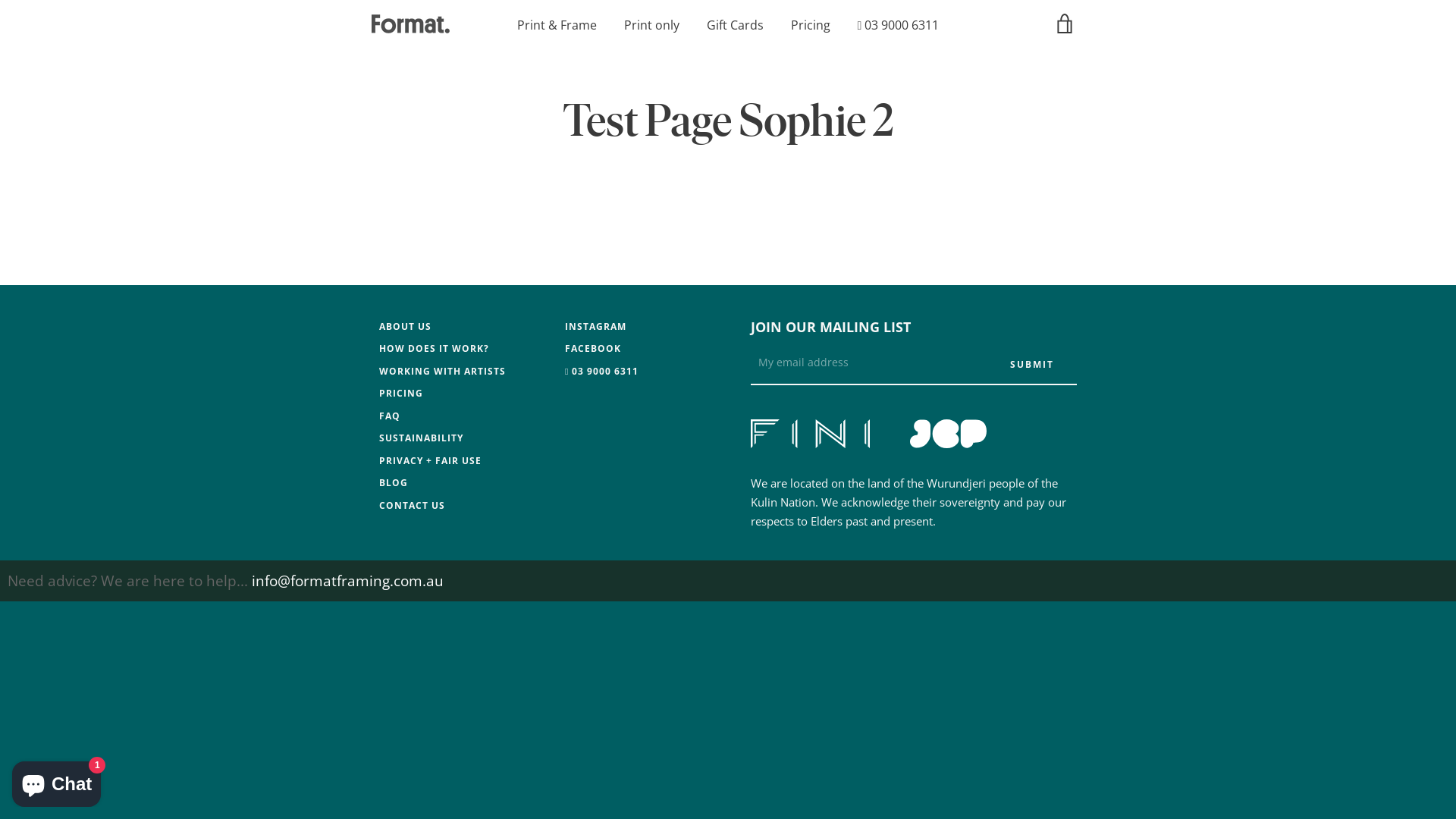 The image size is (1456, 819). I want to click on 'ABOUT US', so click(405, 325).